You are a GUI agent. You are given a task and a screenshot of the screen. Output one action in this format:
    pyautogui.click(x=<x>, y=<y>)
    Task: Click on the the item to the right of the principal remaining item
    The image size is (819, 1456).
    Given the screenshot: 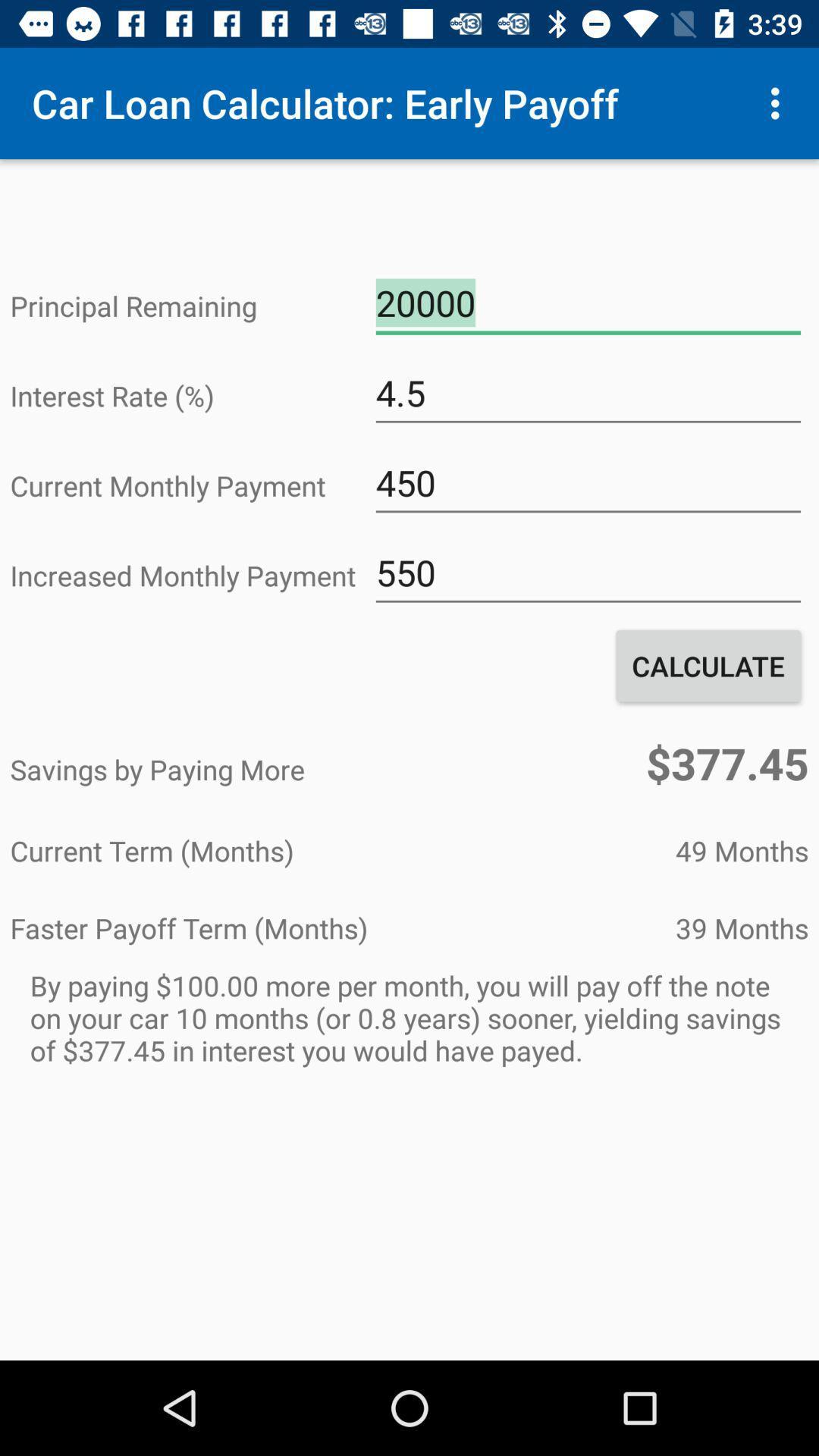 What is the action you would take?
    pyautogui.click(x=587, y=303)
    